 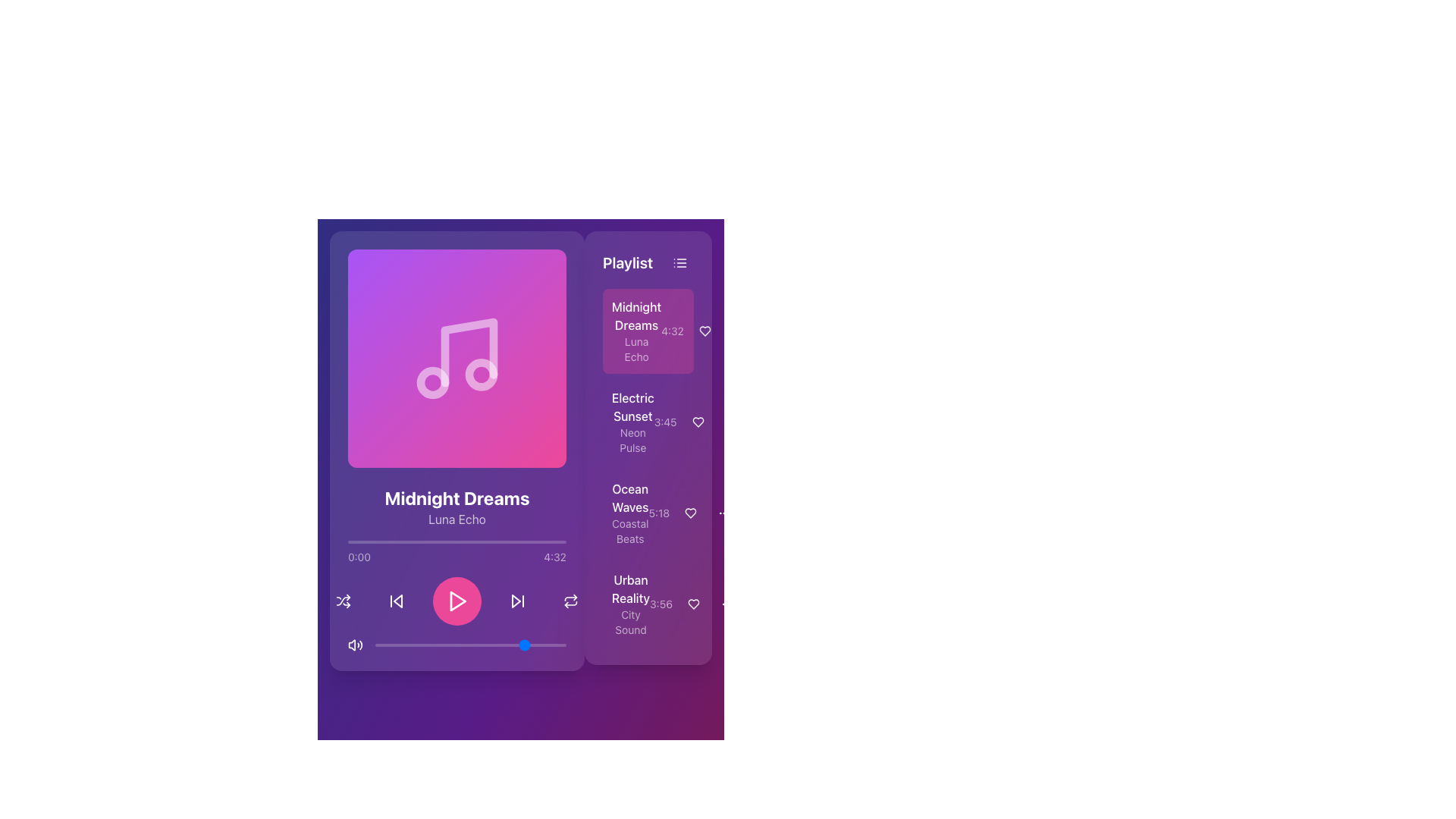 What do you see at coordinates (690, 513) in the screenshot?
I see `the heart icon next to 'Ocean Waves - Coastal Beats' in the playlist to mark it as a favorite` at bounding box center [690, 513].